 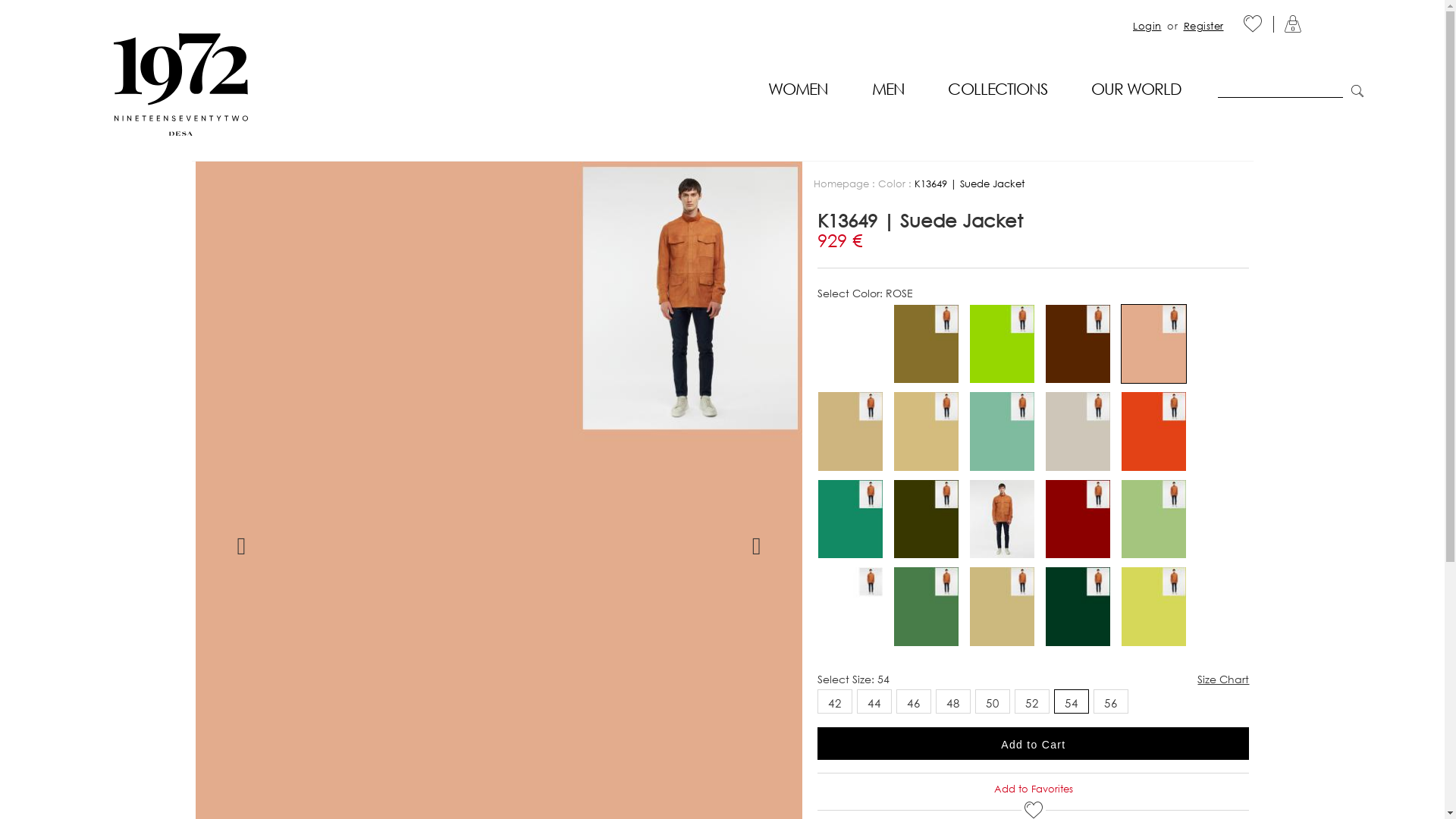 I want to click on '56', so click(x=1110, y=701).